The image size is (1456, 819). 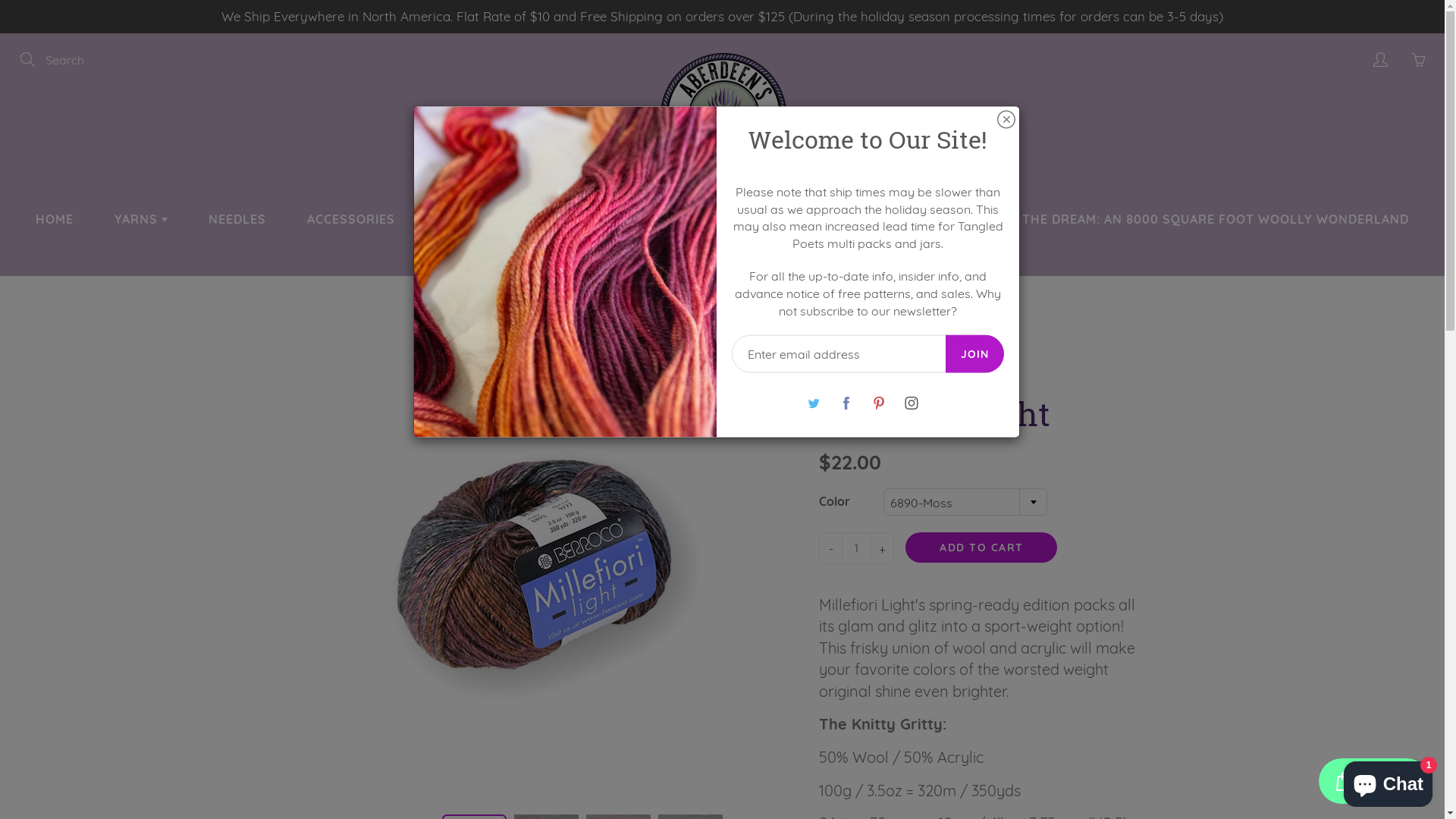 What do you see at coordinates (350, 219) in the screenshot?
I see `'ACCESSORIES'` at bounding box center [350, 219].